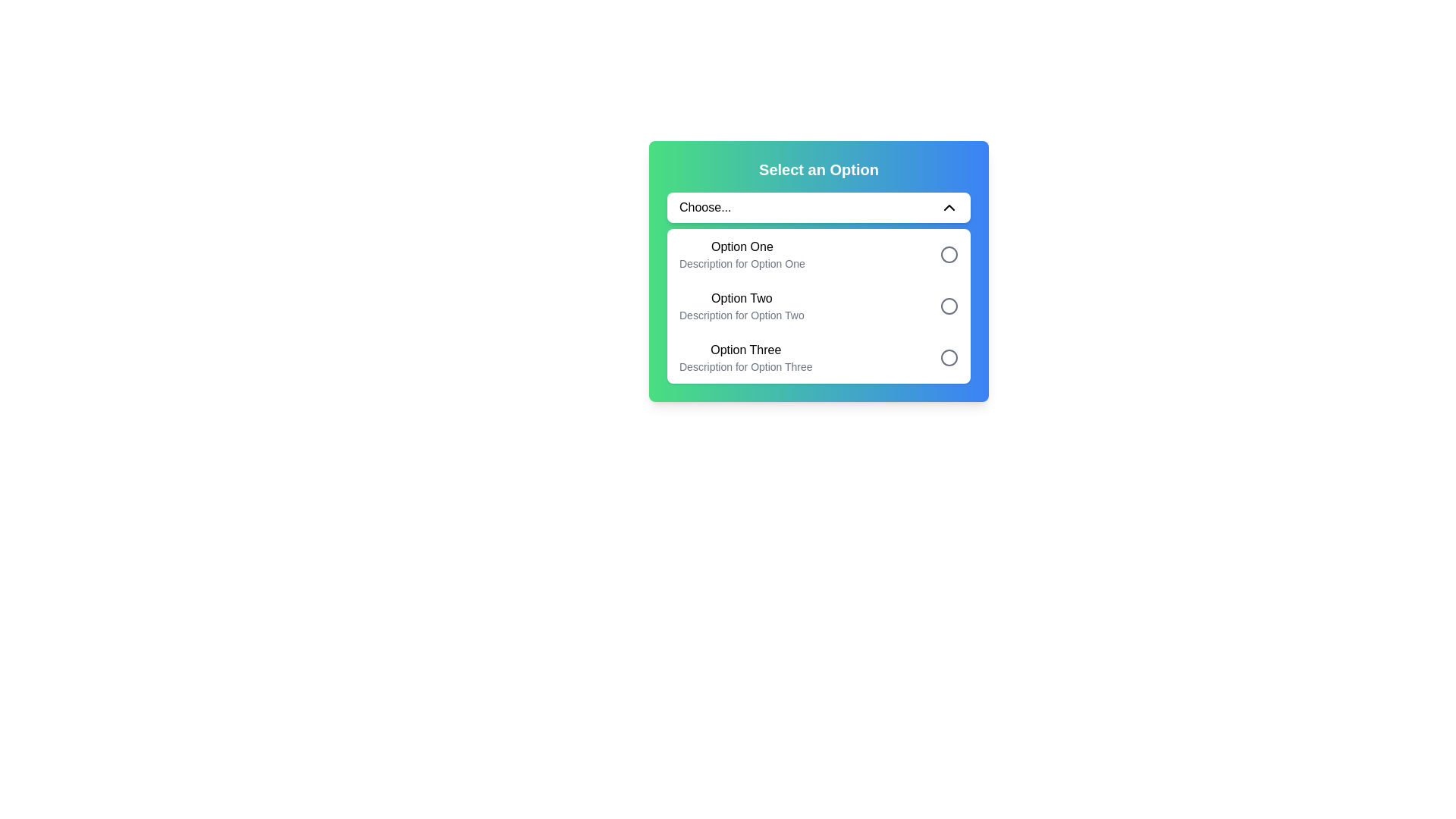  I want to click on the inner circle of the radio button adjacent to 'Option Two', so click(949, 306).